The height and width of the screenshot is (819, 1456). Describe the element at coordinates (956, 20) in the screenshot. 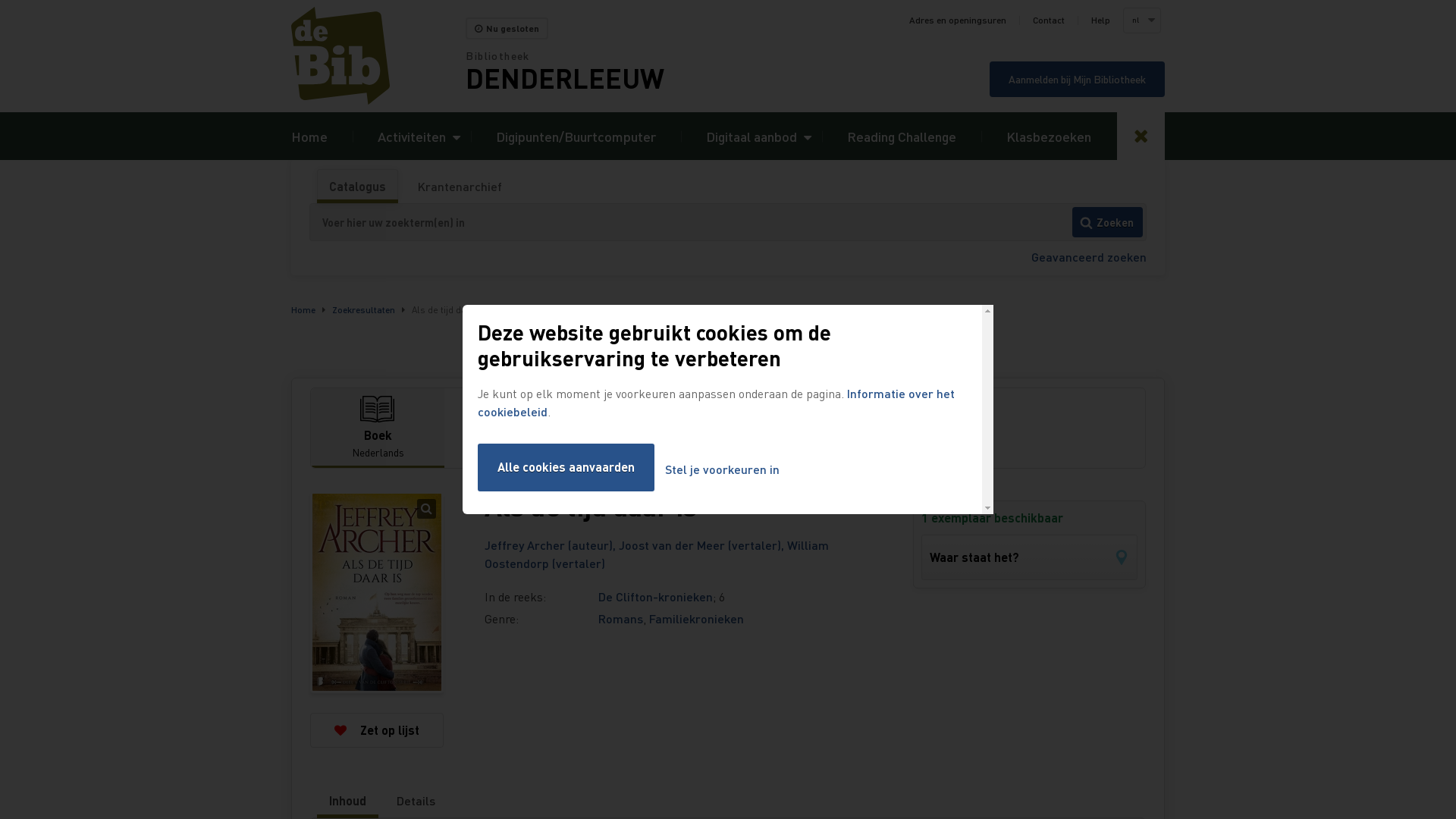

I see `'Adres en openingsuren'` at that location.